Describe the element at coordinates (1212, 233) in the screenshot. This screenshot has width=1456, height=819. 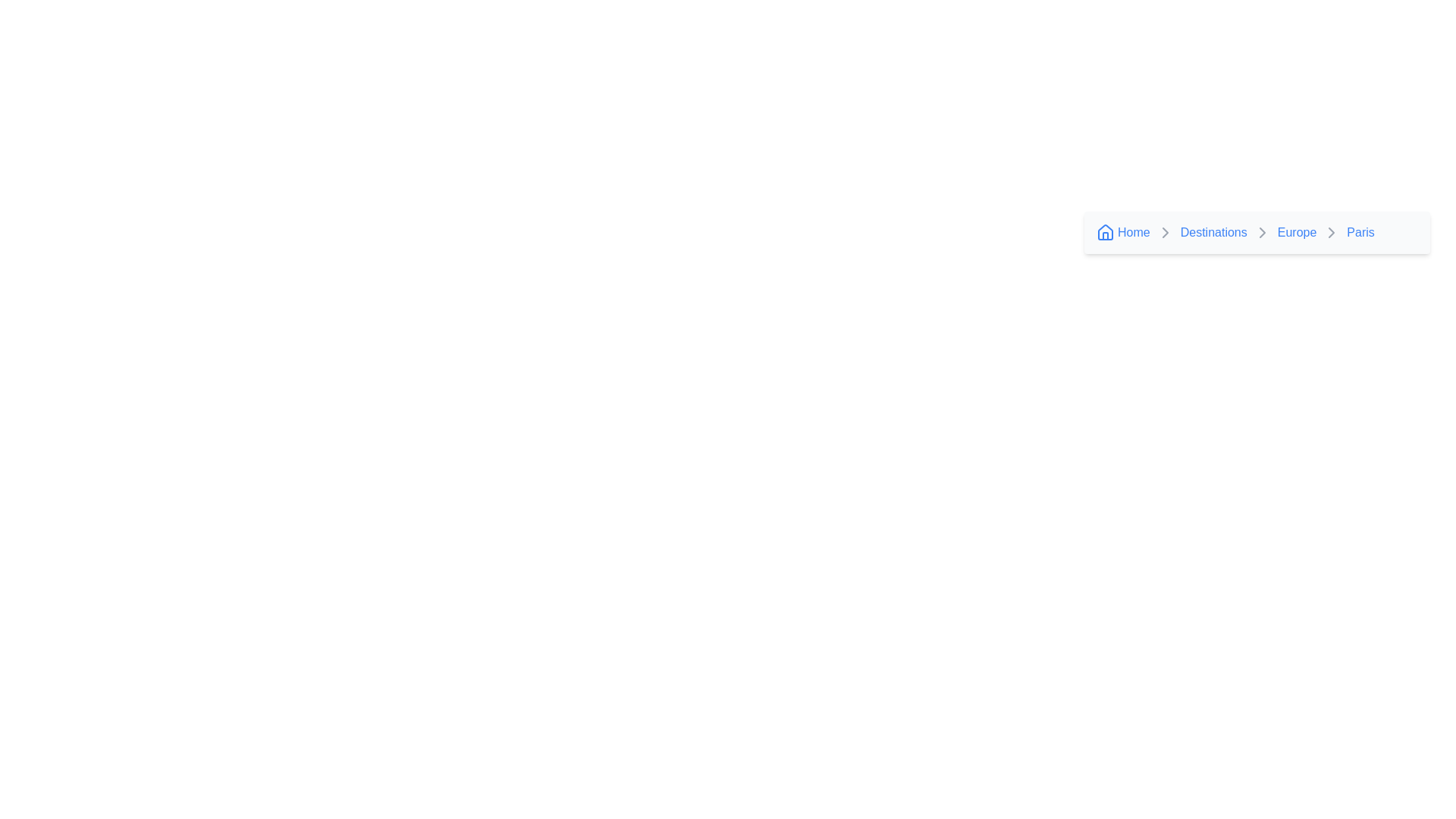
I see `the hyperlink in the breadcrumb navigation bar that is positioned between the 'Home' and 'Europe' labels` at that location.